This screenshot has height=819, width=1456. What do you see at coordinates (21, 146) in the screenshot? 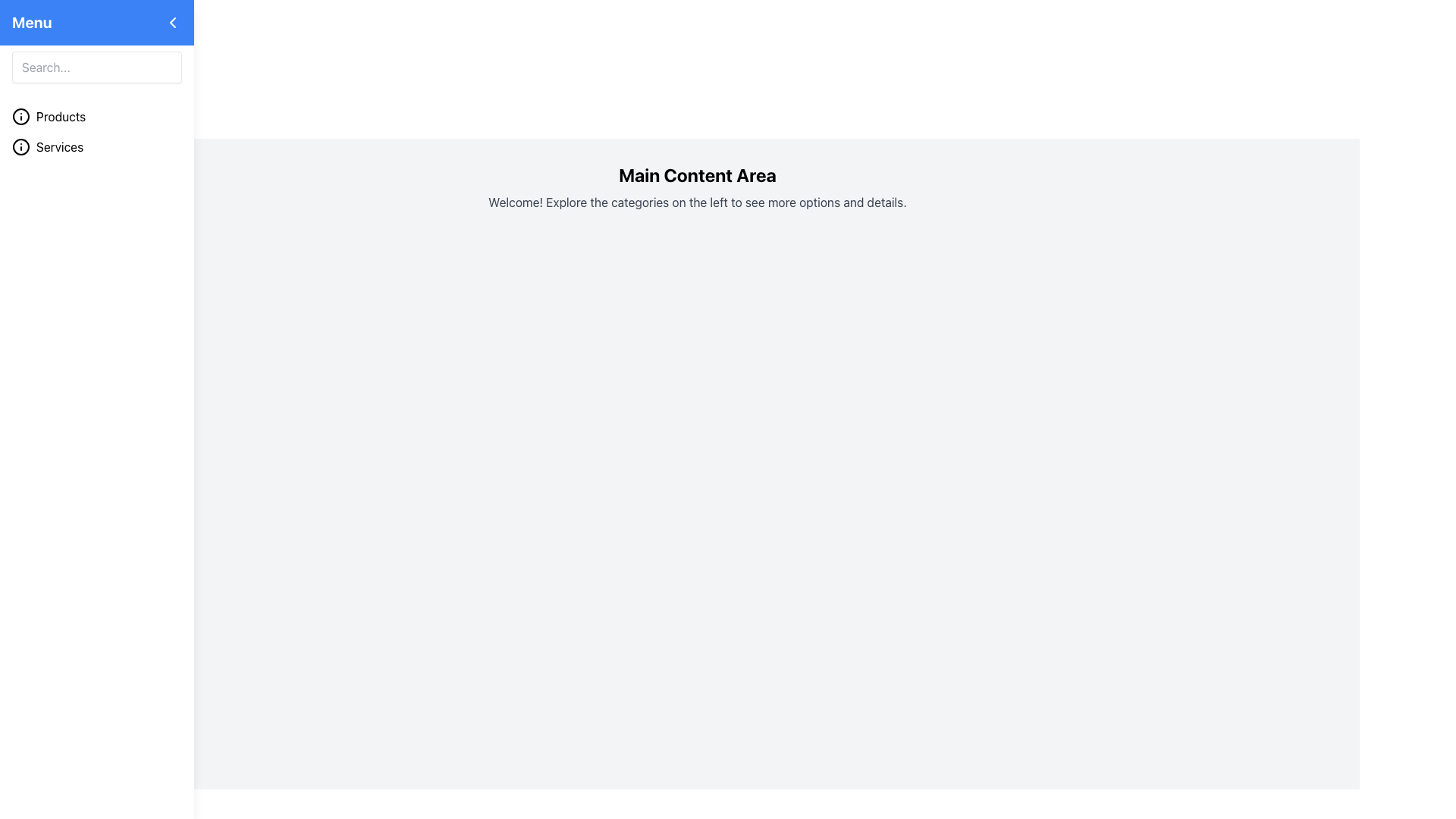
I see `the informational icon next to the 'Services' label in the left-hand menu` at bounding box center [21, 146].